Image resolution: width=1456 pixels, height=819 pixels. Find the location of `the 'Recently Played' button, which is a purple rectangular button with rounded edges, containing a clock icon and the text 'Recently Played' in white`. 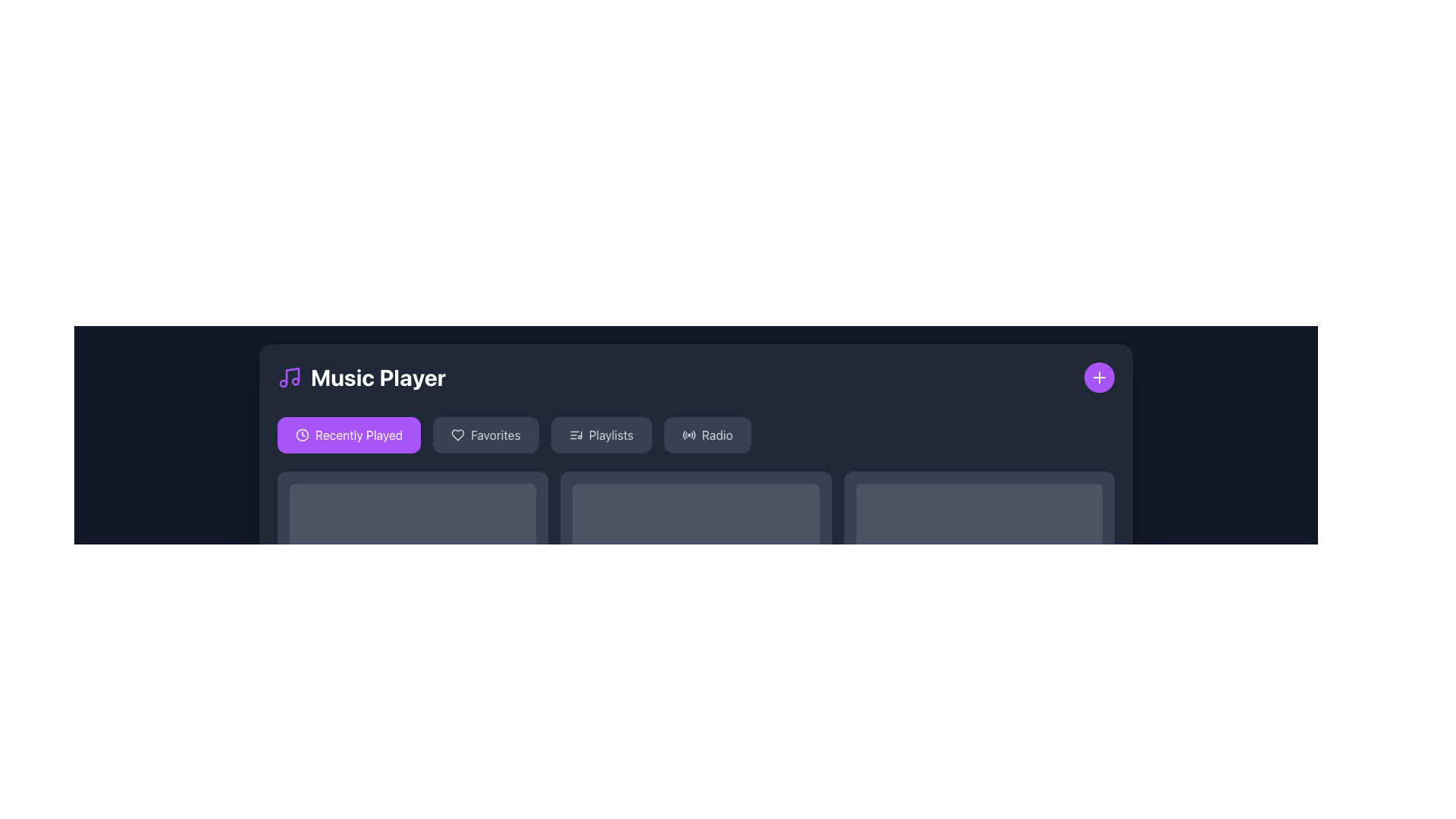

the 'Recently Played' button, which is a purple rectangular button with rounded edges, containing a clock icon and the text 'Recently Played' in white is located at coordinates (348, 435).